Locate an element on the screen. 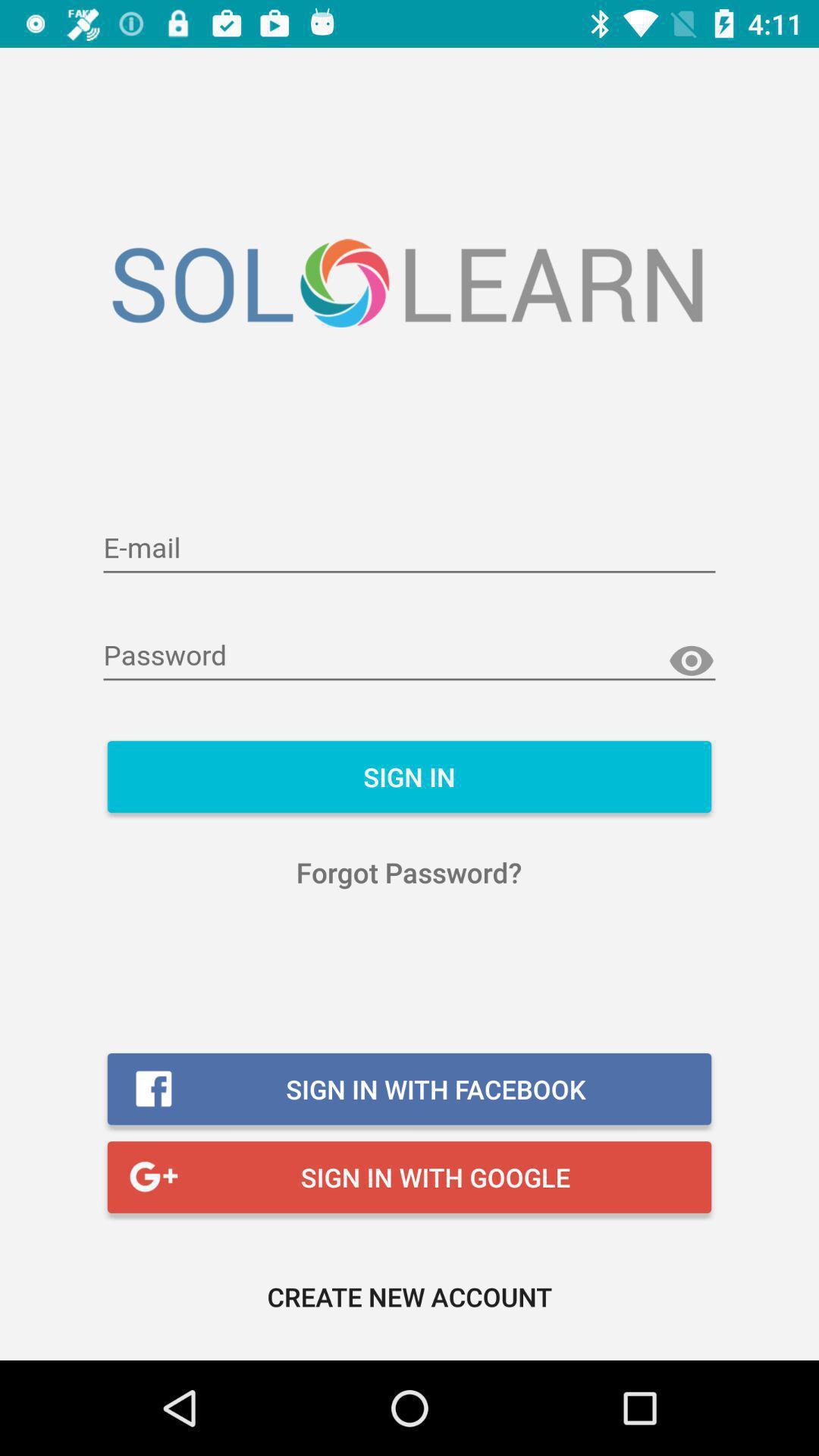 The image size is (819, 1456). forgot password? is located at coordinates (408, 872).